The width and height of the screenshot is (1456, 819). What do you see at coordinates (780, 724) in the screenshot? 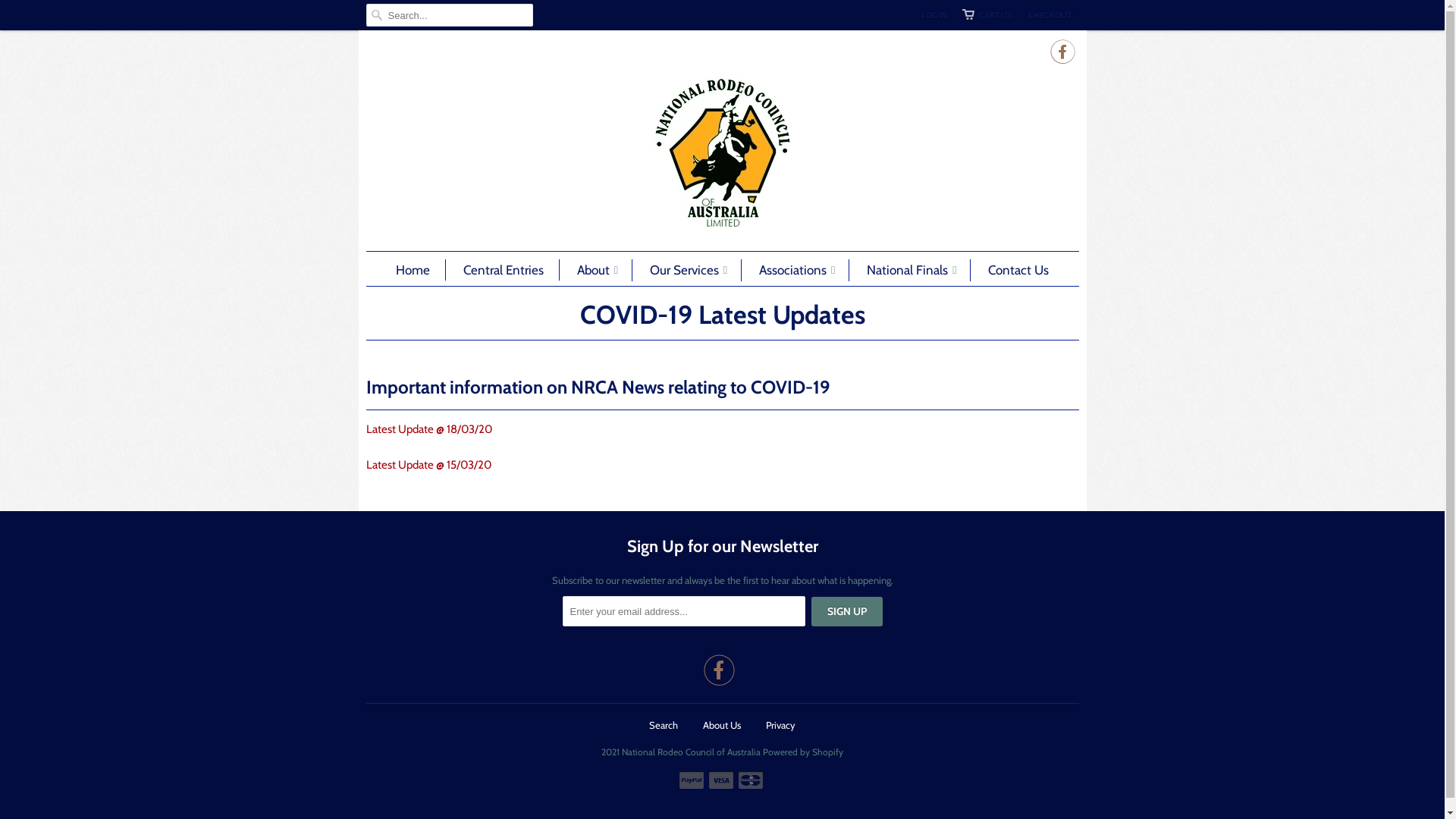
I see `'Privacy'` at bounding box center [780, 724].